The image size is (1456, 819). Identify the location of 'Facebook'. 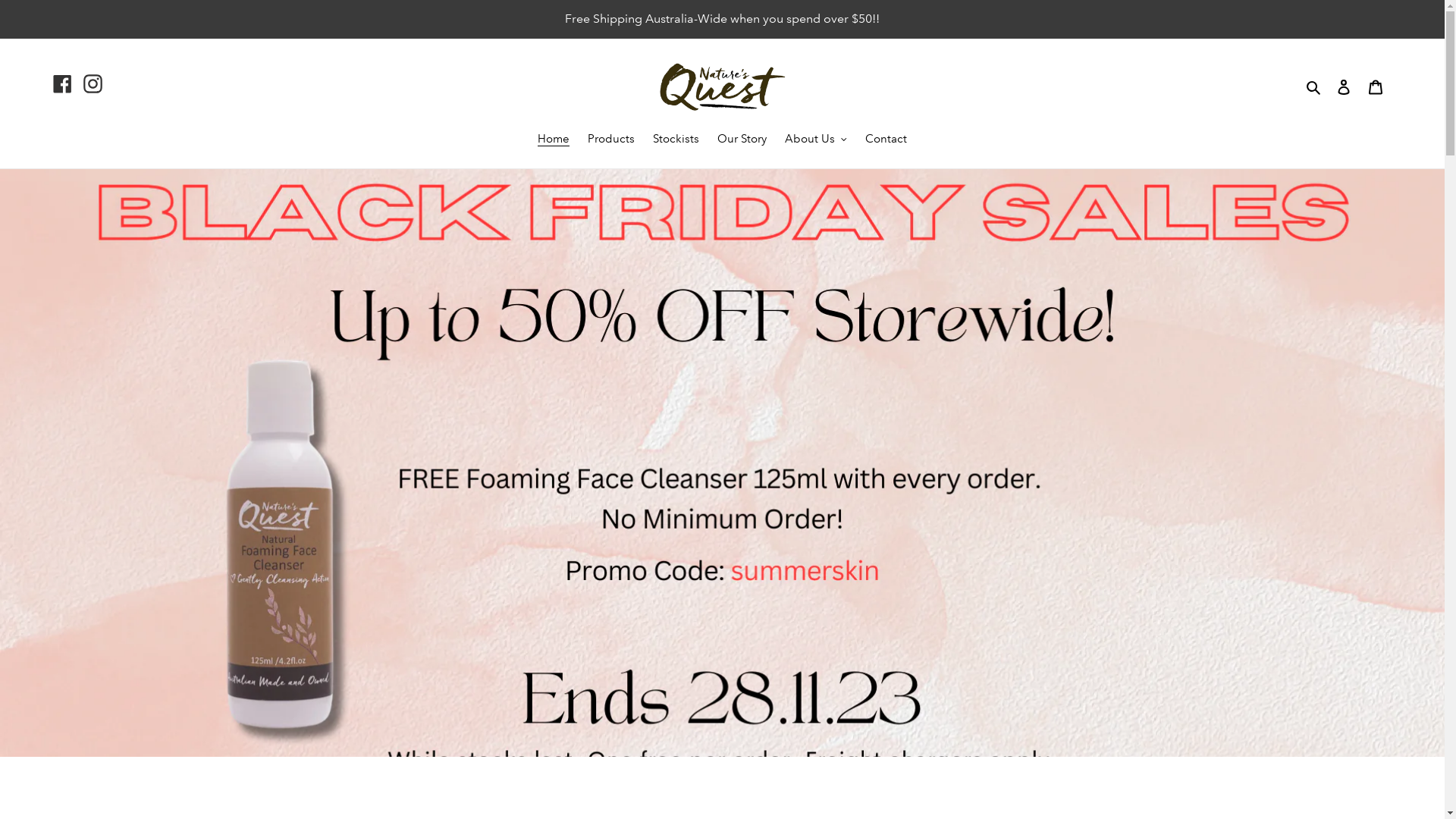
(53, 83).